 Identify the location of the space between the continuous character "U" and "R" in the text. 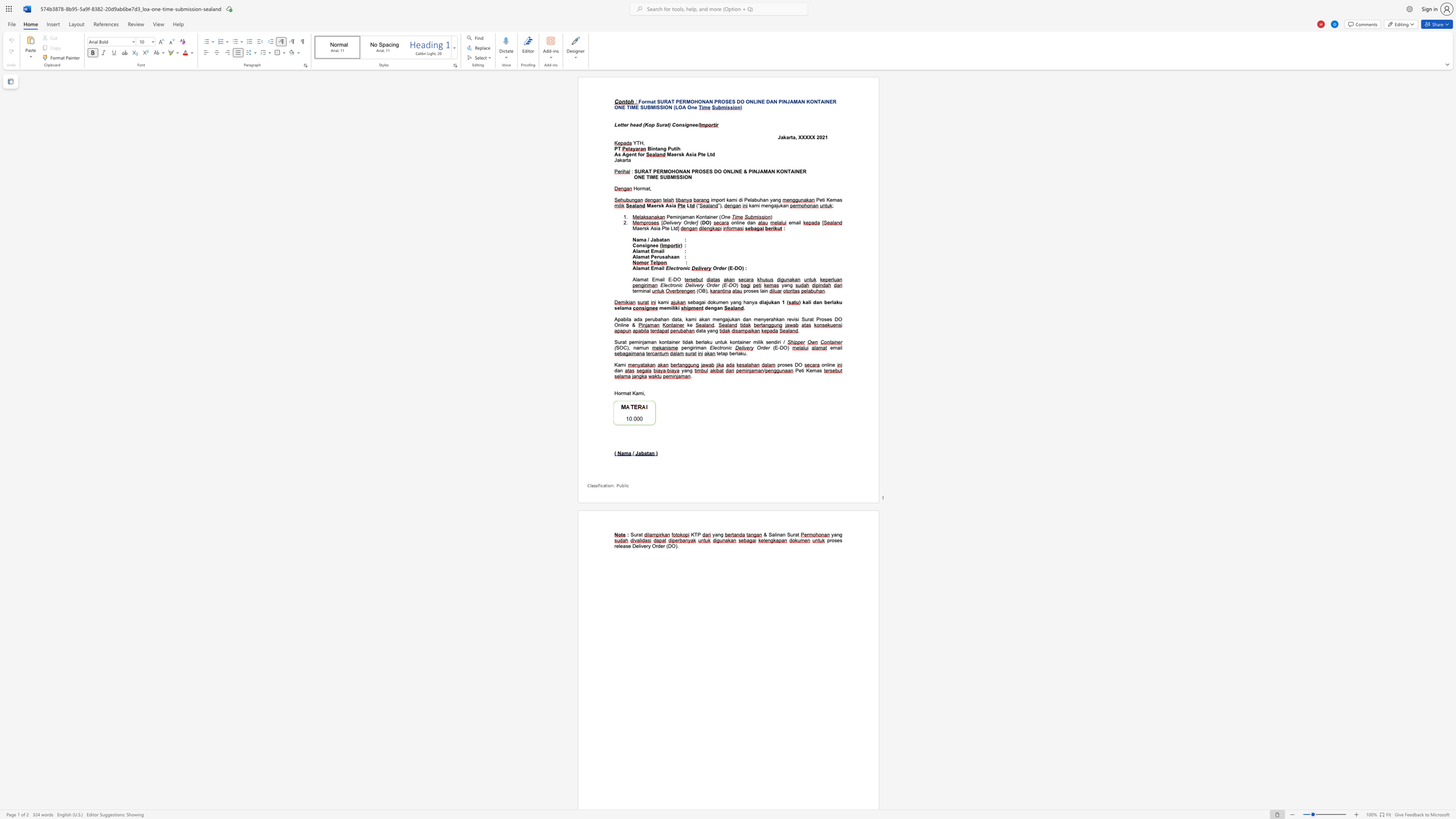
(640, 171).